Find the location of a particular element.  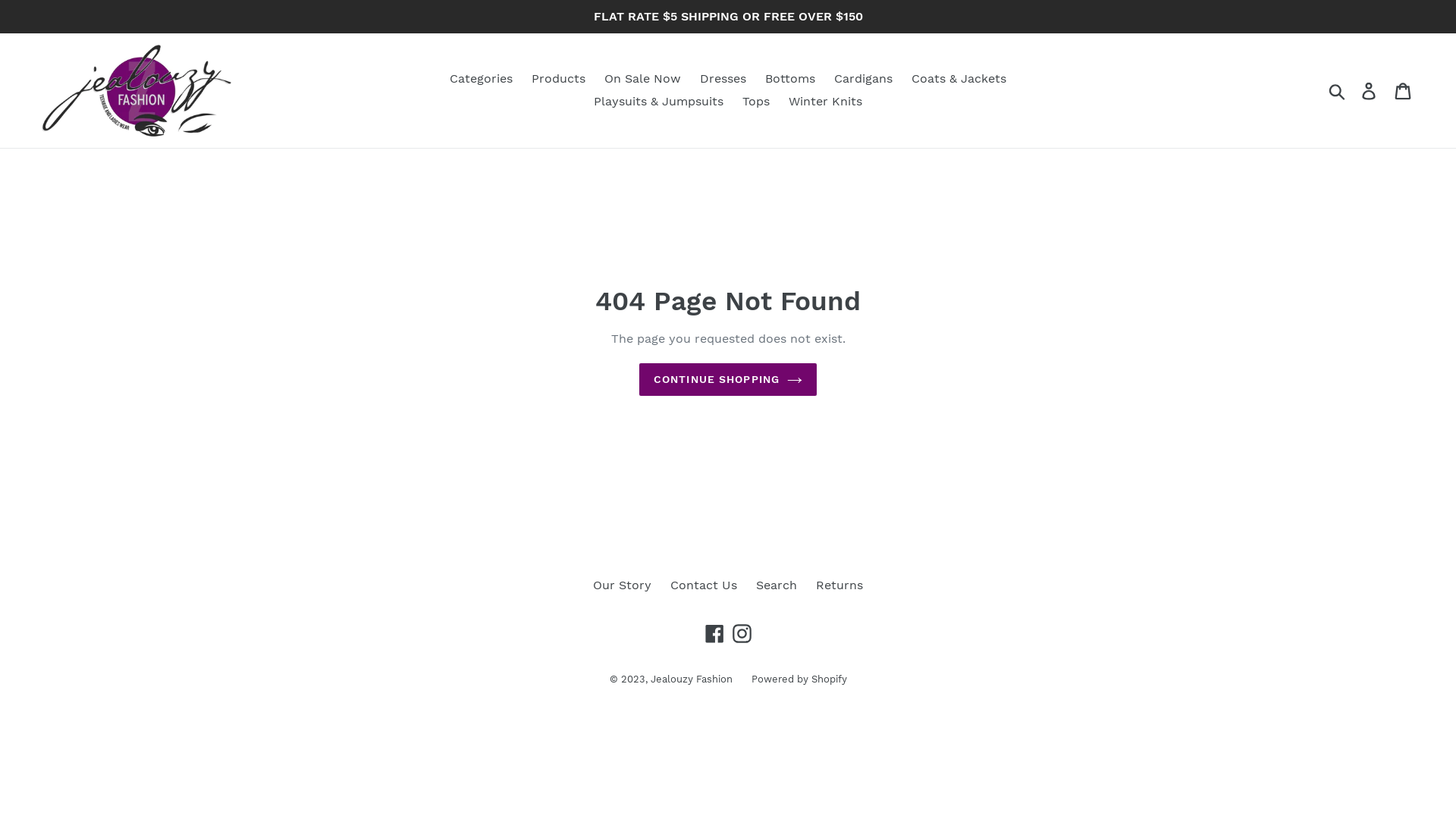

'Cardigans' is located at coordinates (863, 79).